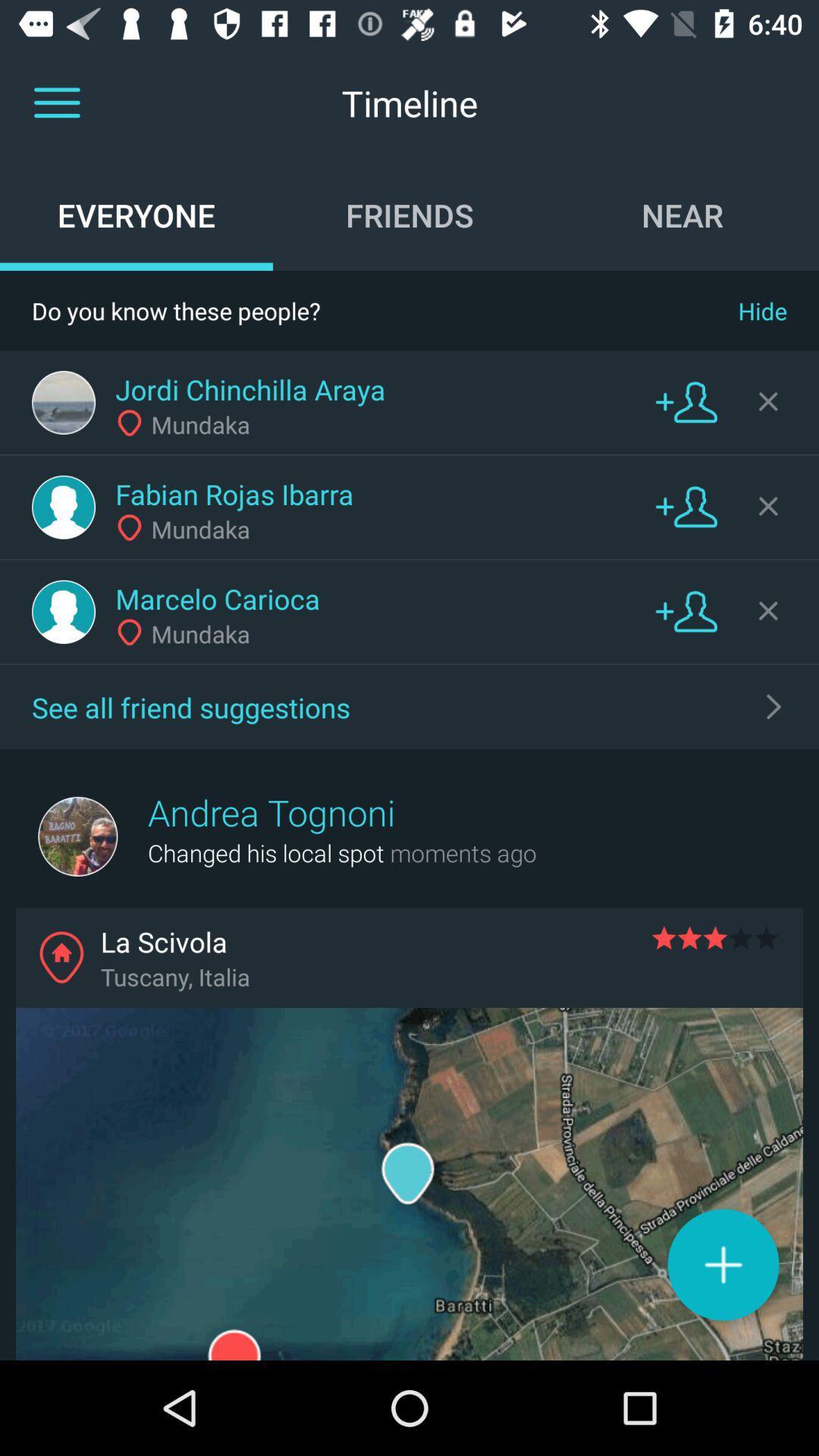  I want to click on contact, so click(686, 610).